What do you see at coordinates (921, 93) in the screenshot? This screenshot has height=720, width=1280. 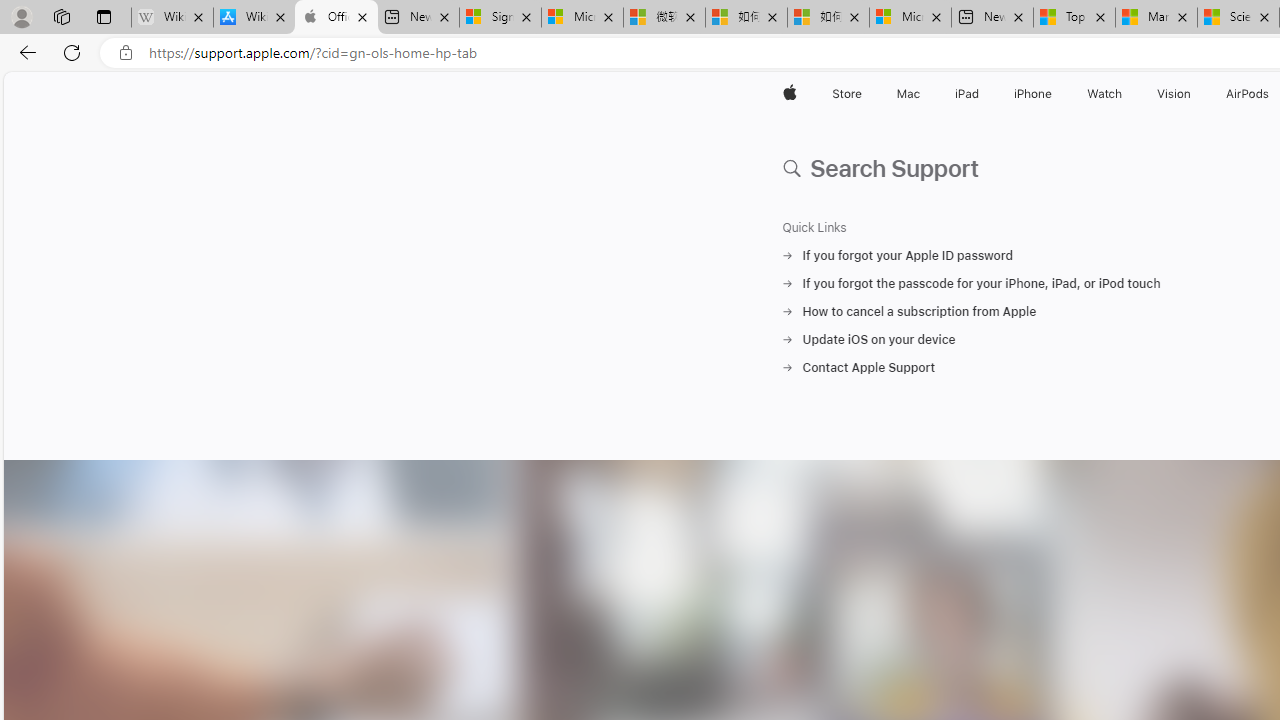 I see `'Mac menu'` at bounding box center [921, 93].